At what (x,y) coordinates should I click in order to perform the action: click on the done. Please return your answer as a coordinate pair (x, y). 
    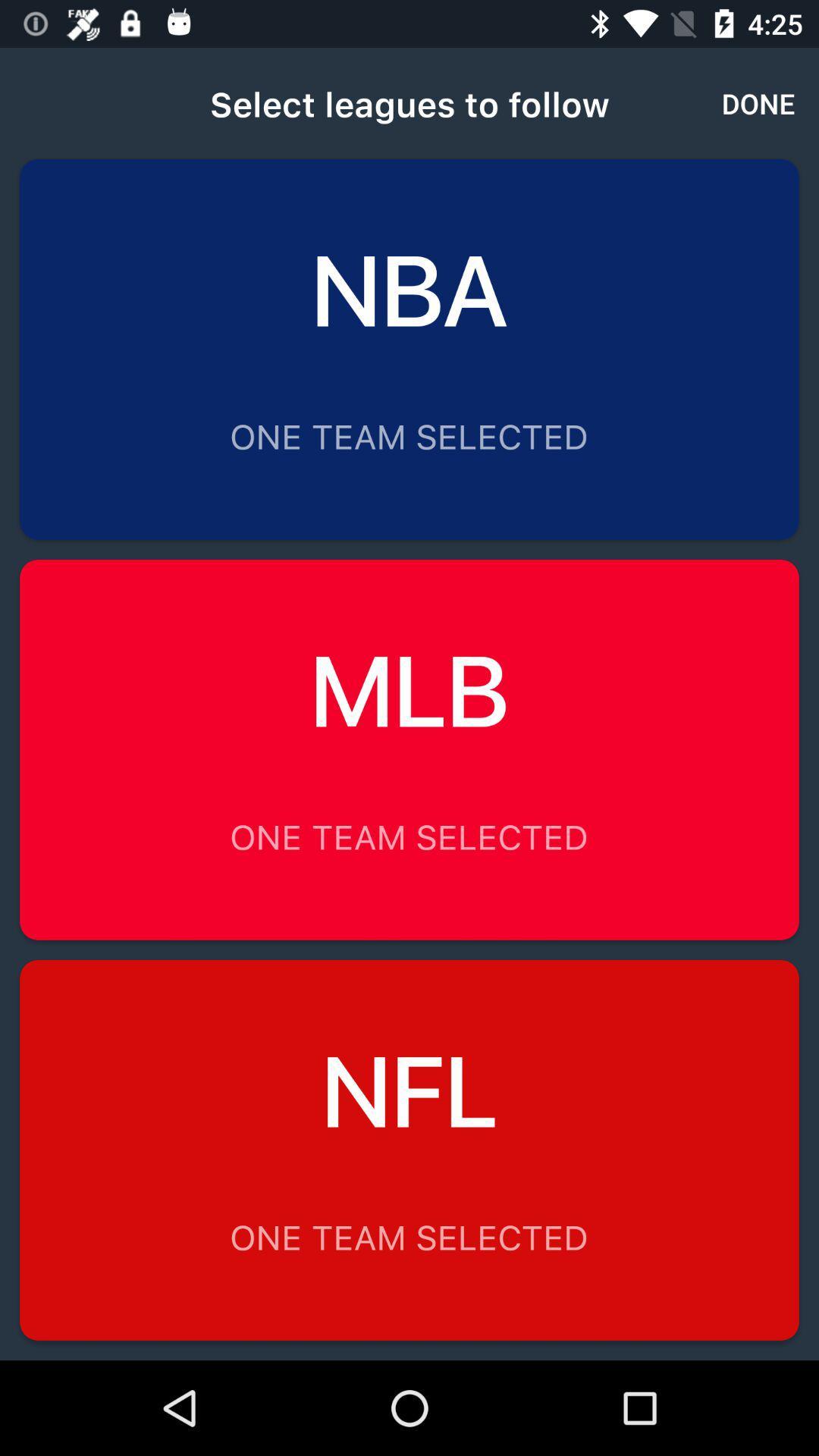
    Looking at the image, I should click on (758, 102).